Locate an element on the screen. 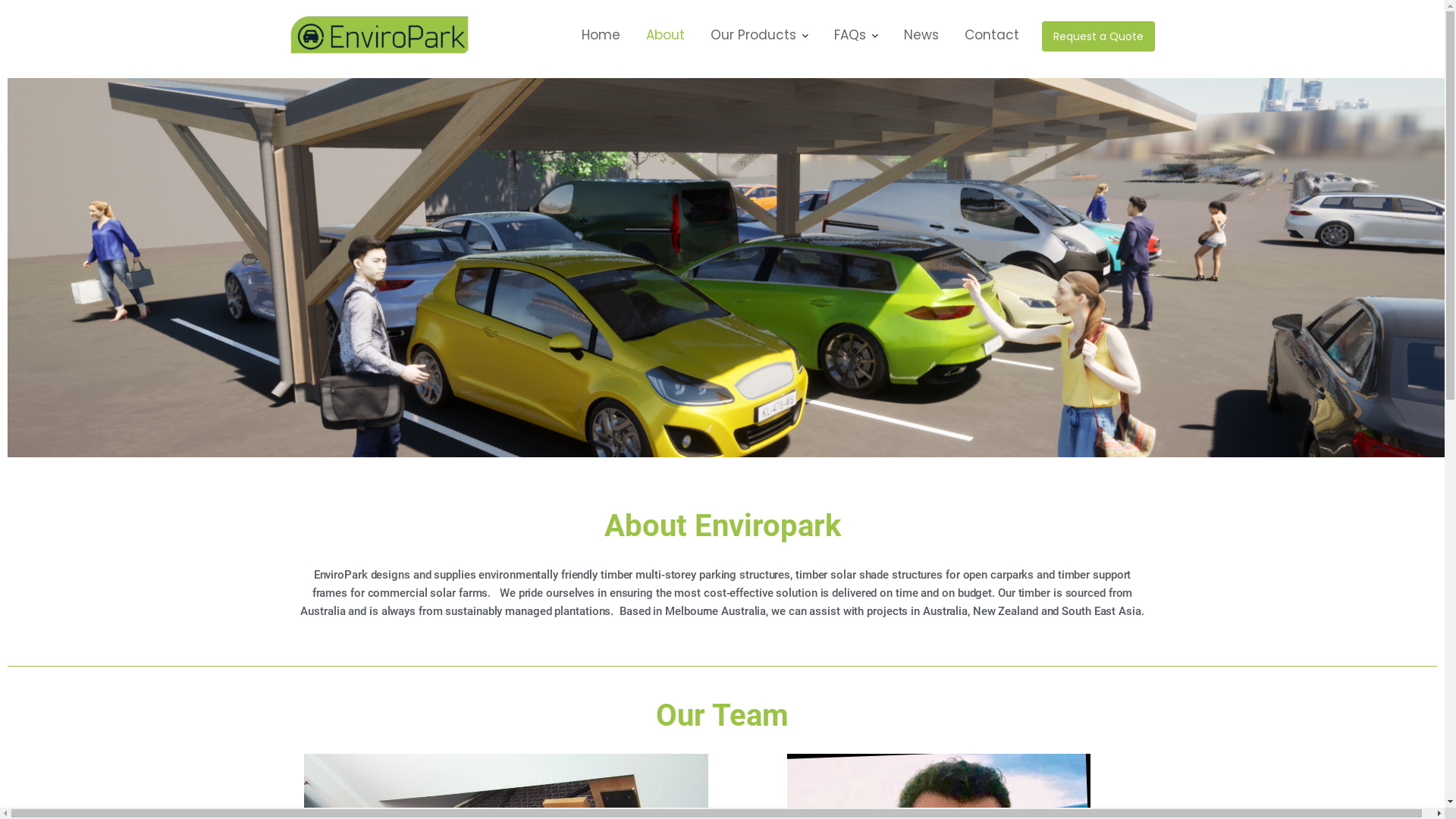  'FAQs' is located at coordinates (855, 34).